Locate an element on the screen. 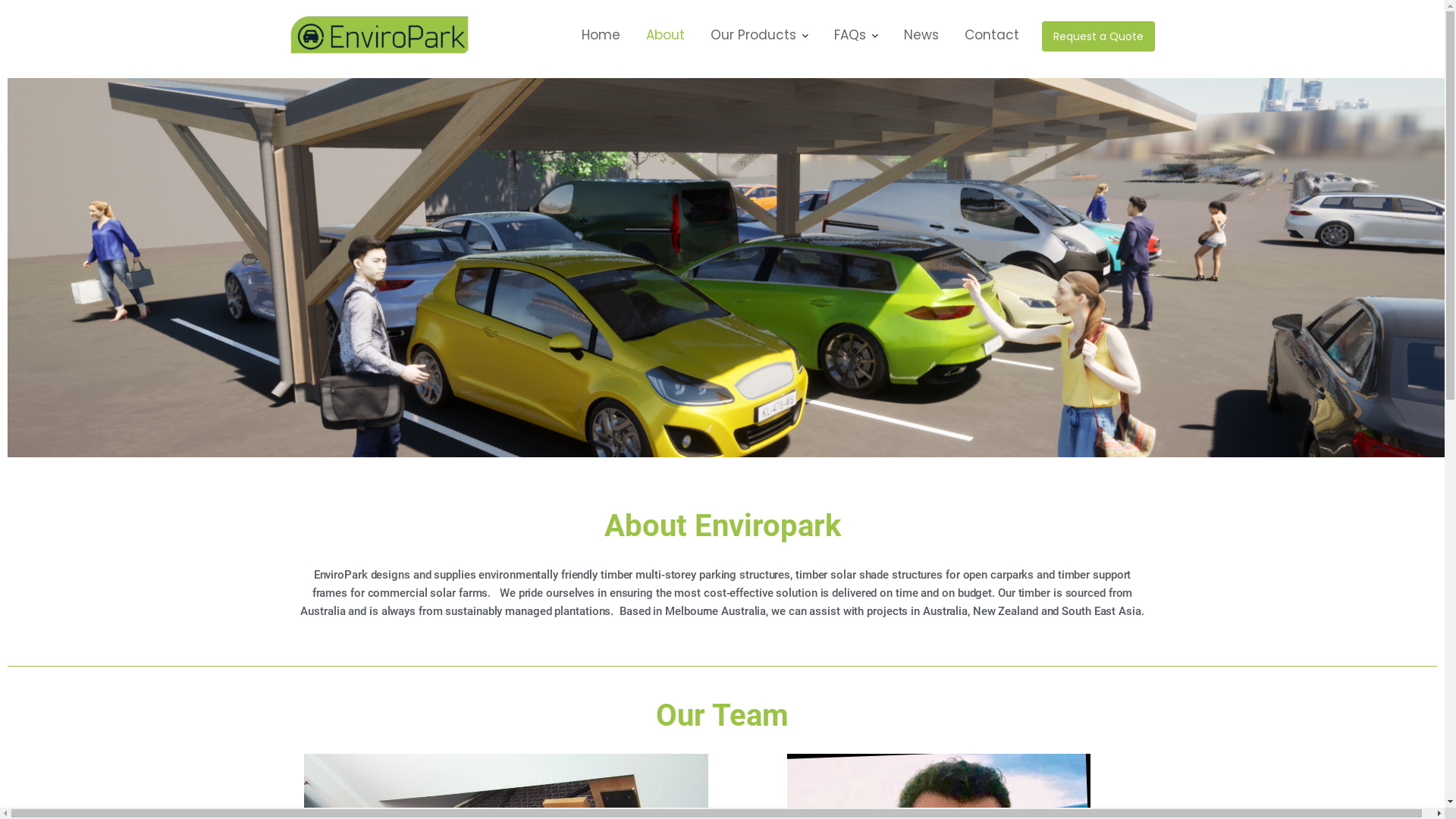  'FAQs' is located at coordinates (855, 34).